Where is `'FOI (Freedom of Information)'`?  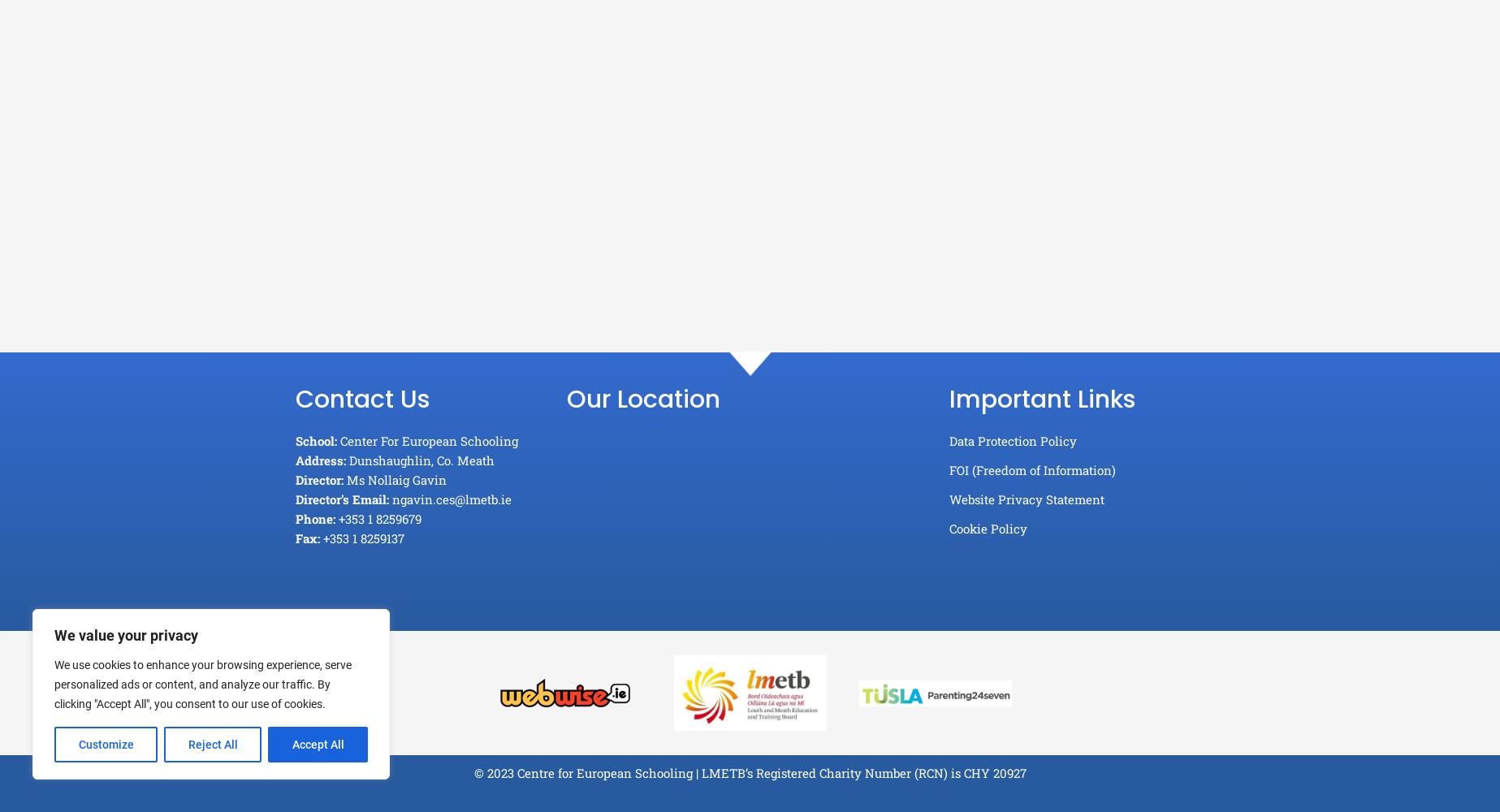
'FOI (Freedom of Information)' is located at coordinates (1031, 469).